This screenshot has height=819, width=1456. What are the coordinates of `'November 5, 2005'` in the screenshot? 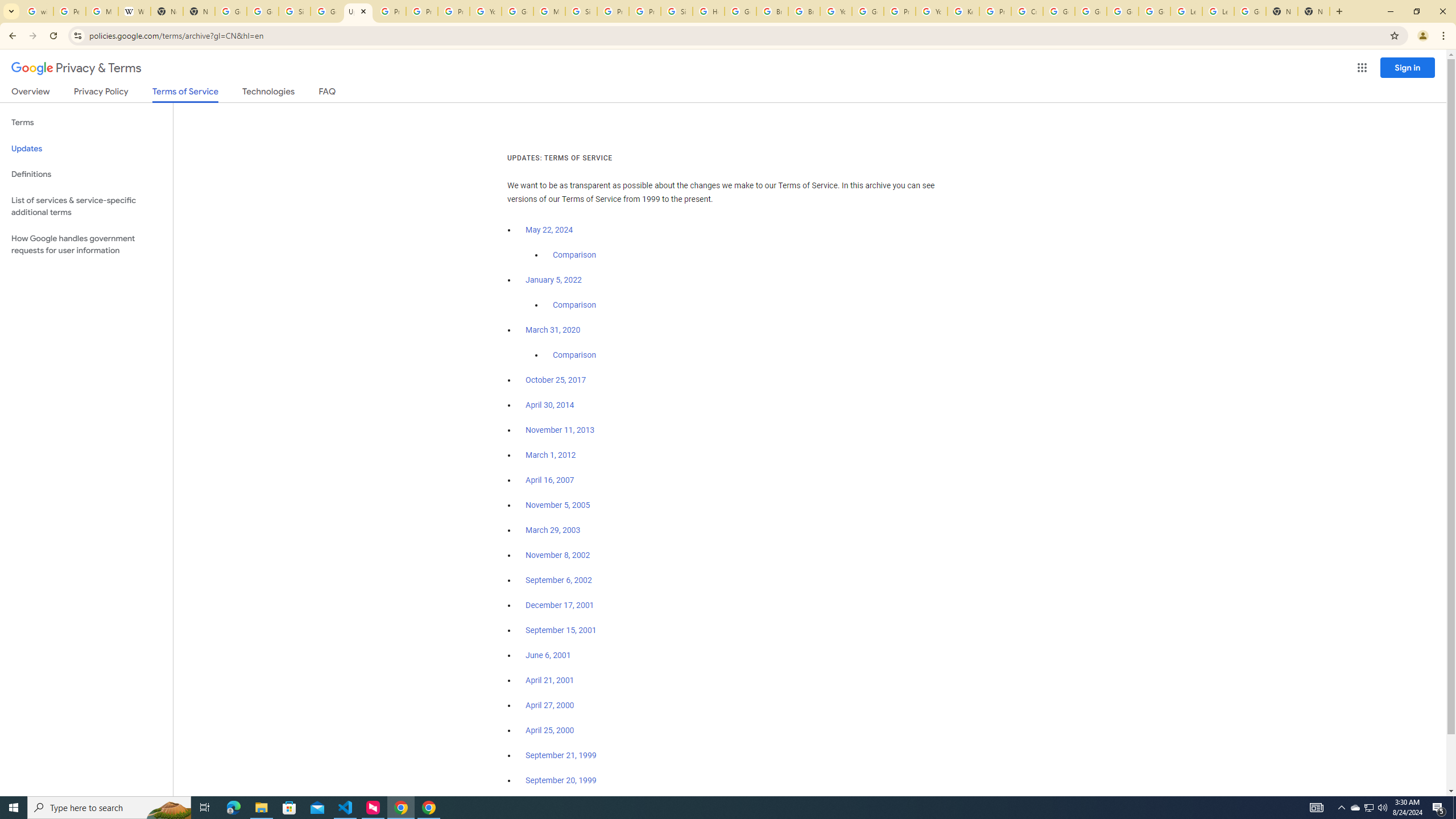 It's located at (557, 505).